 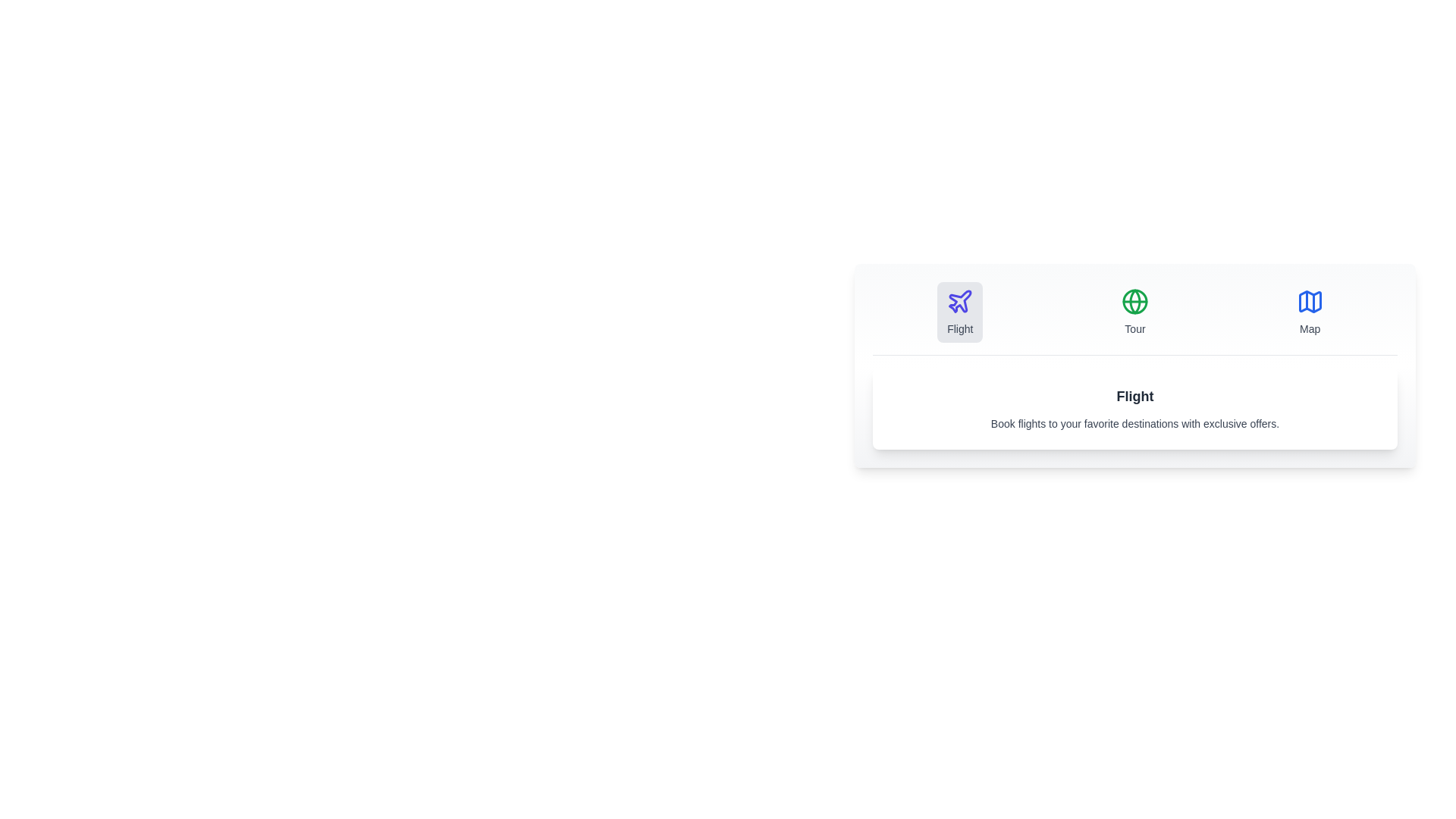 What do you see at coordinates (1135, 312) in the screenshot?
I see `the 'Tour' tab to activate it and display its content` at bounding box center [1135, 312].